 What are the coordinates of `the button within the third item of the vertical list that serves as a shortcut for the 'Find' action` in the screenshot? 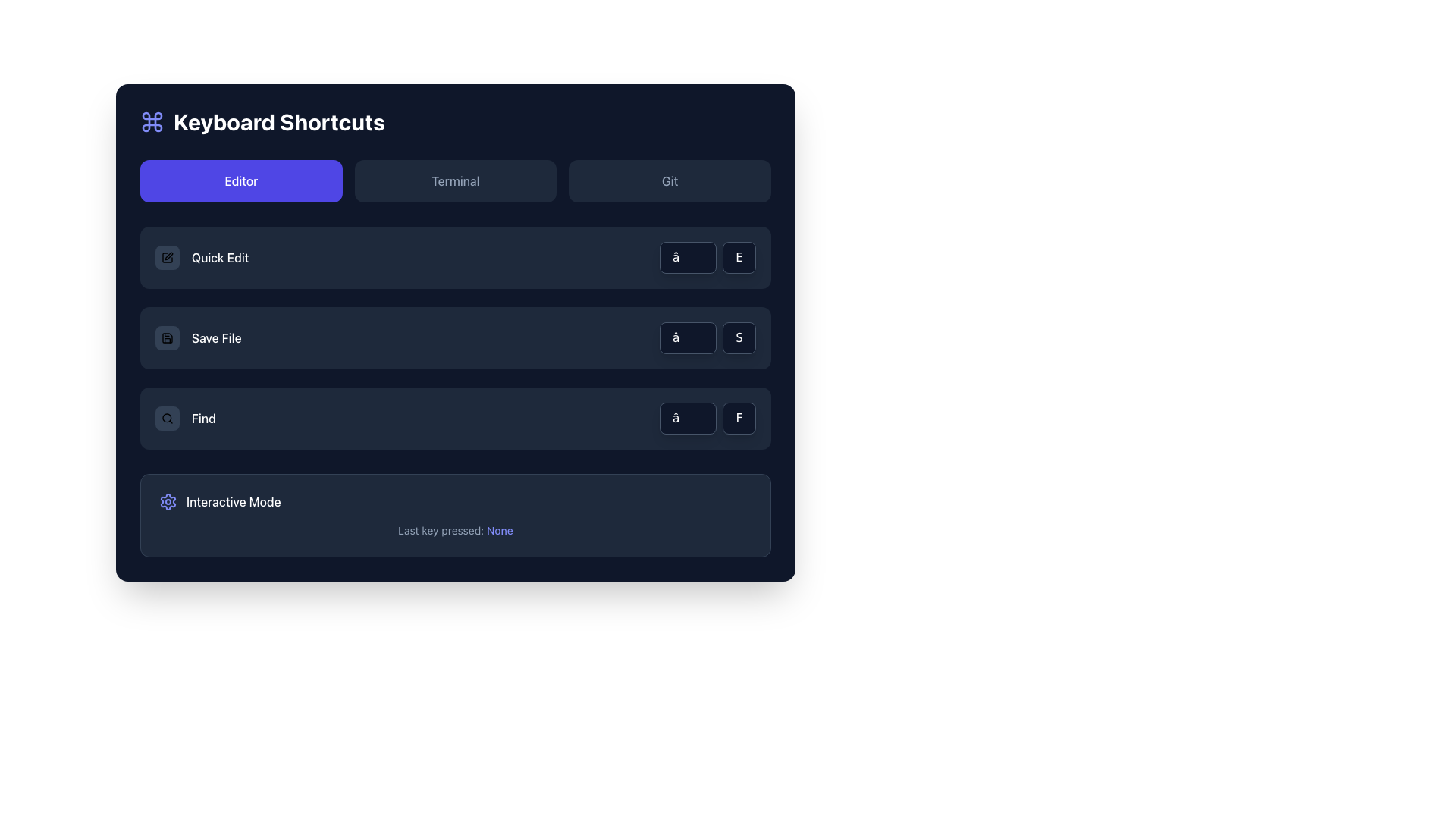 It's located at (454, 418).